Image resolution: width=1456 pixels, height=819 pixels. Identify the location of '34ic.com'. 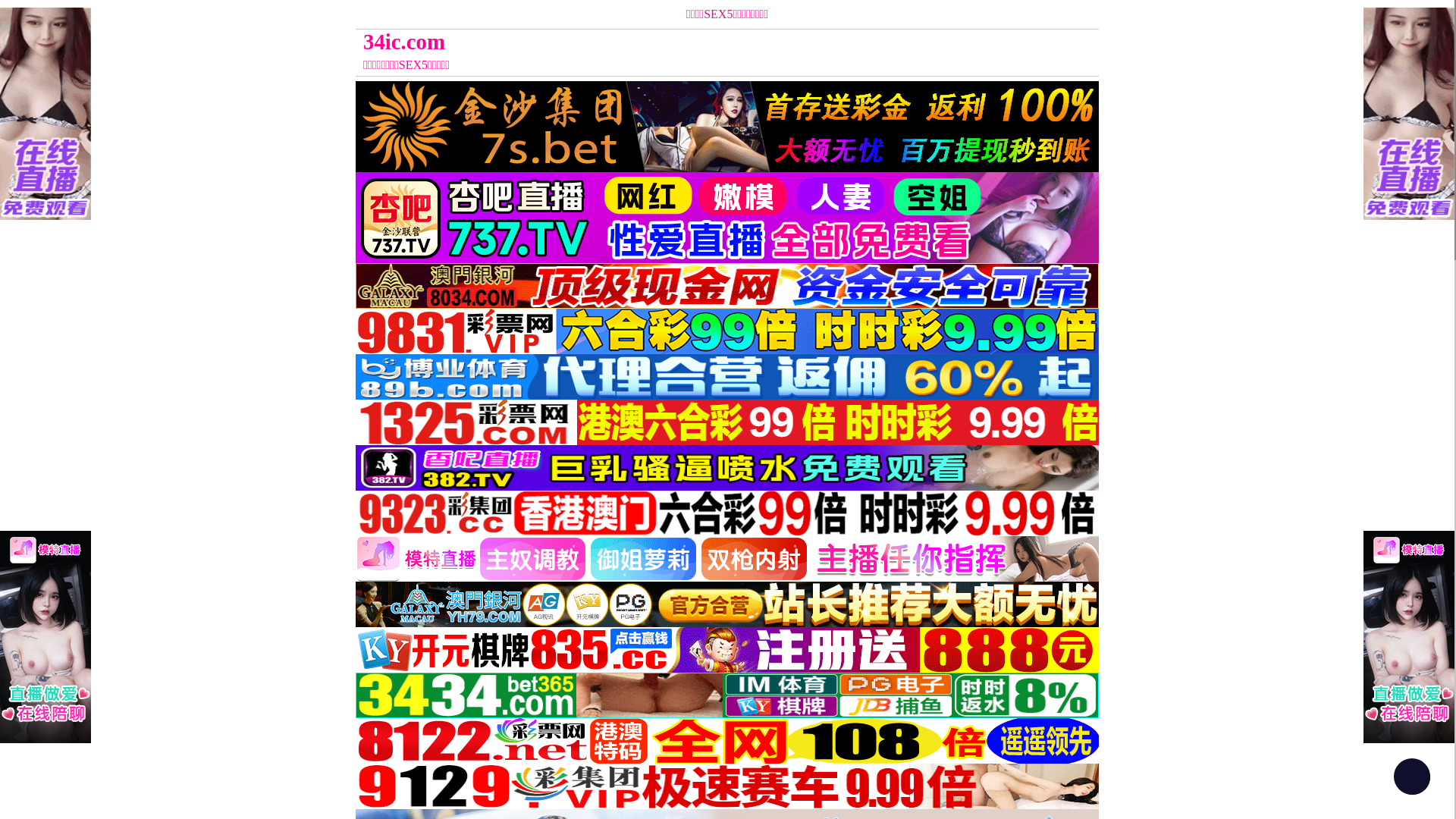
(634, 41).